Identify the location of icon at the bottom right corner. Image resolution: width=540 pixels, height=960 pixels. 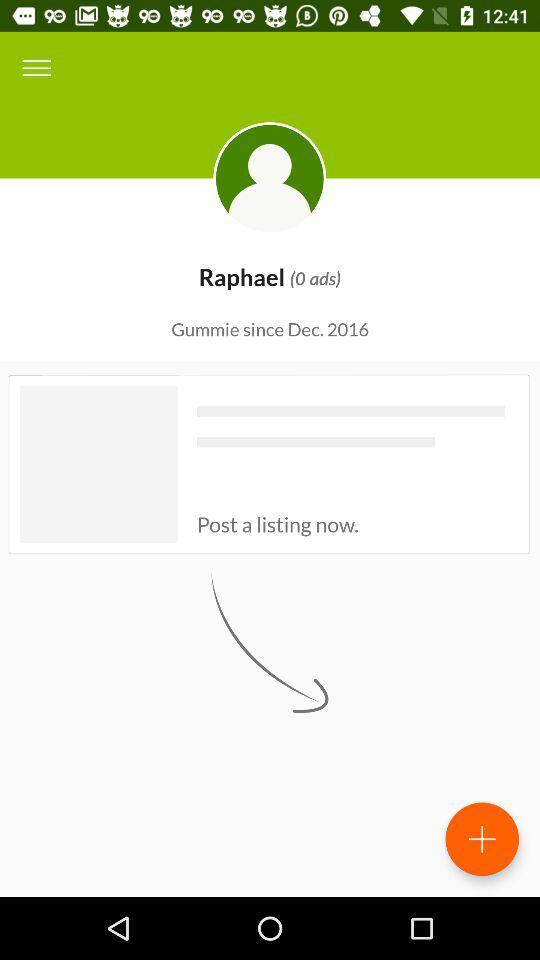
(481, 839).